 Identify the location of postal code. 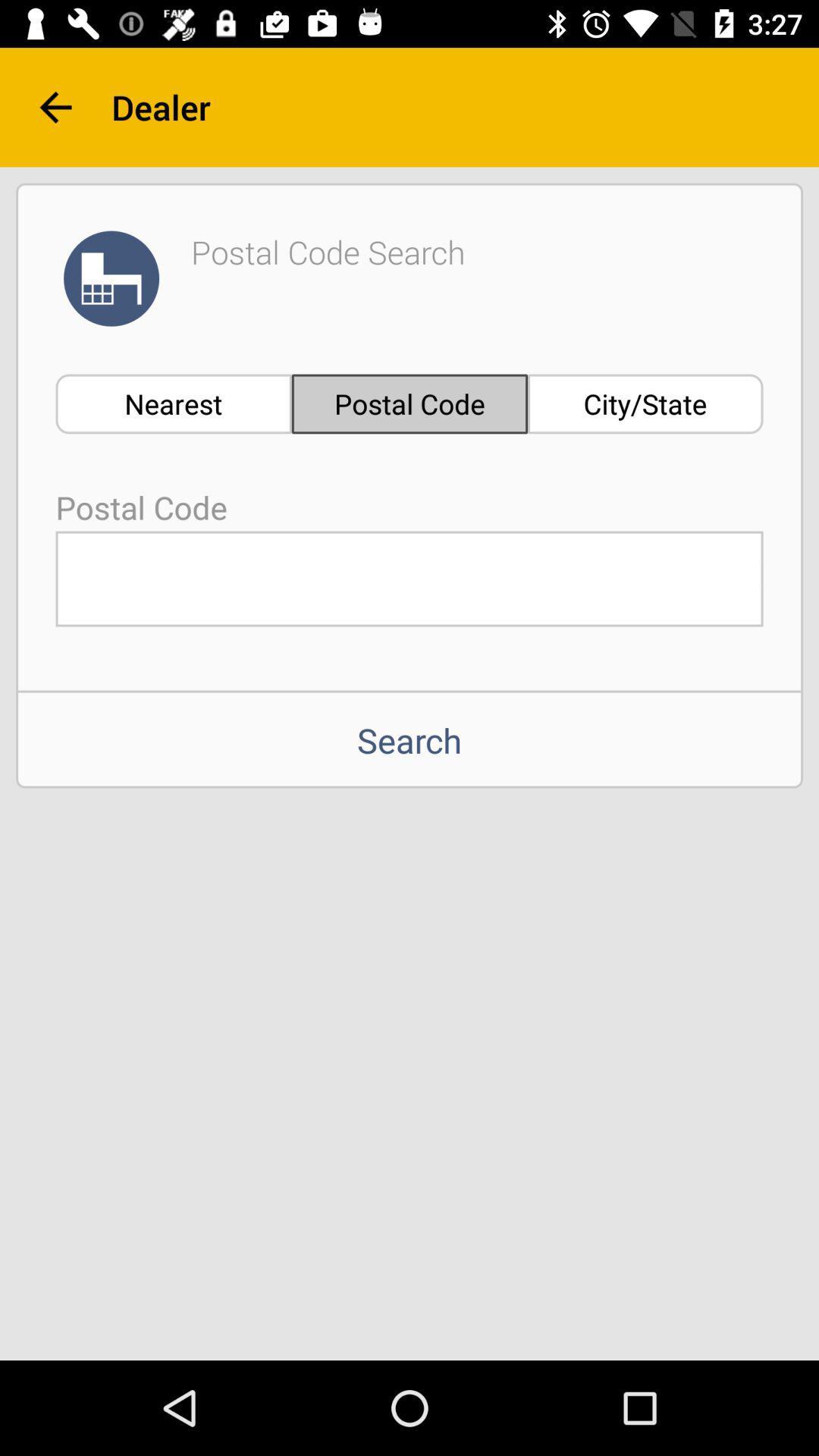
(409, 578).